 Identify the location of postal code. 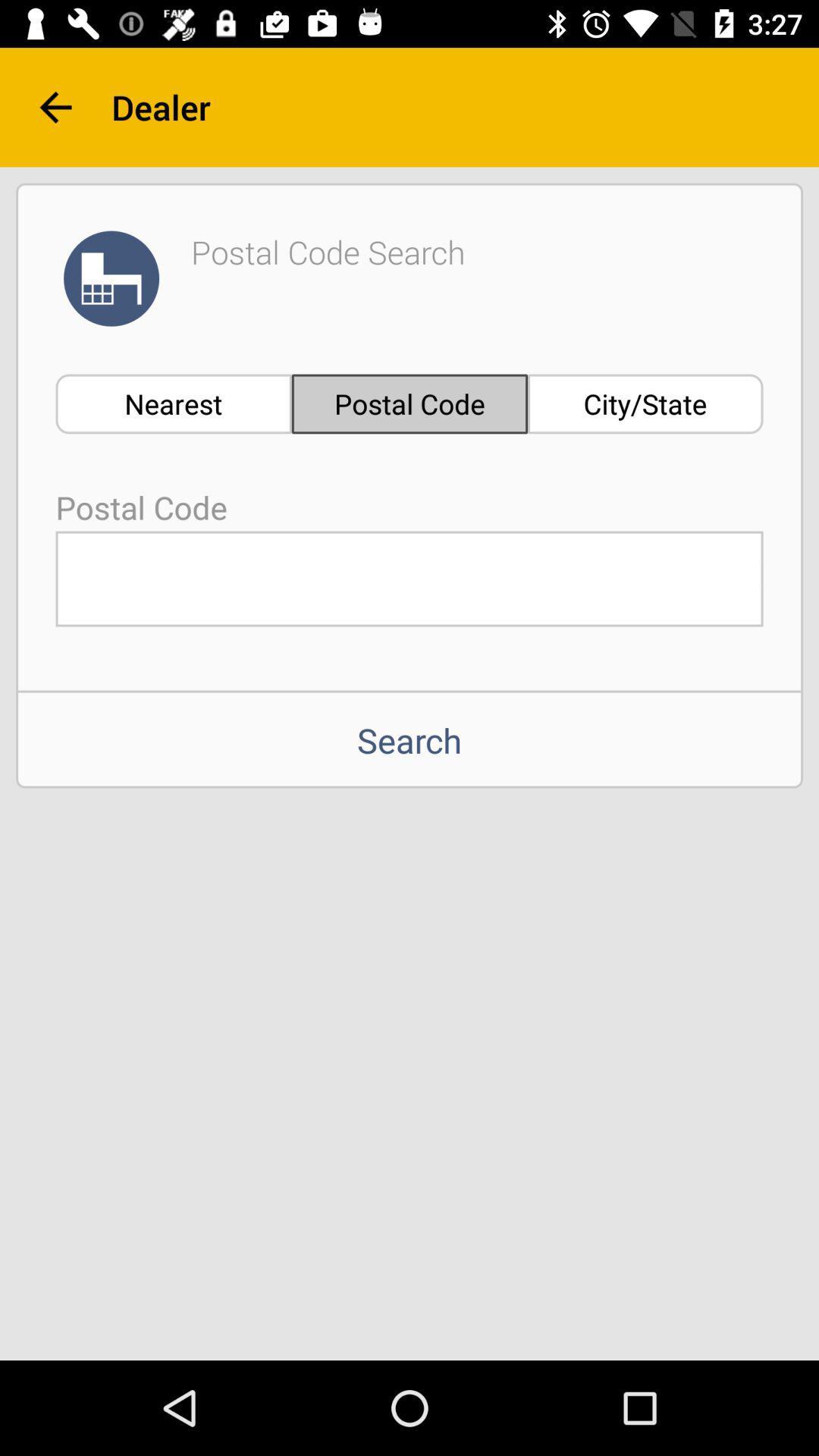
(409, 578).